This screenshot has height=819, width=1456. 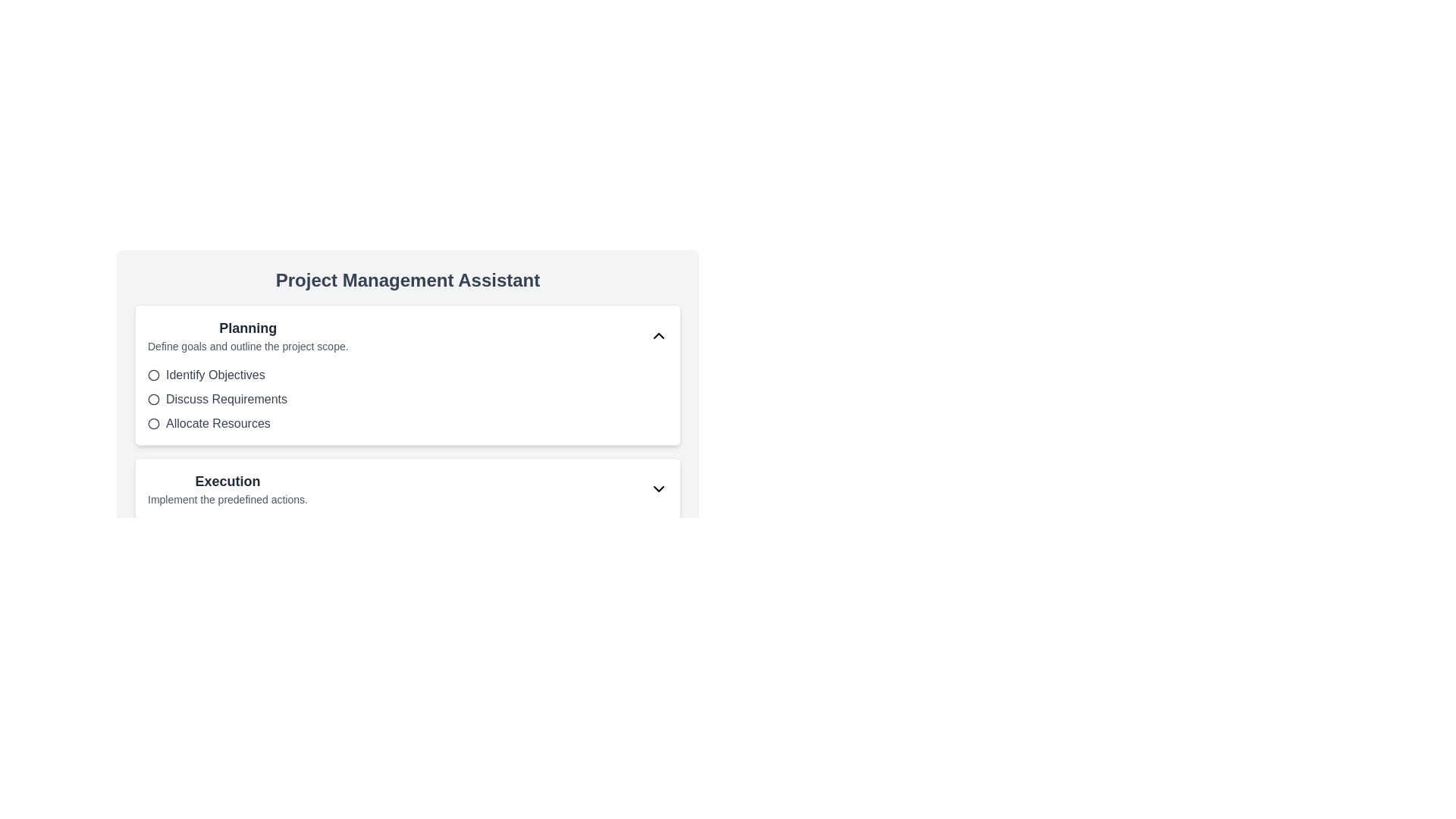 What do you see at coordinates (407, 281) in the screenshot?
I see `the section header text element titled 'Project Management Assistant', which is displayed in large, bold, dark gray font and is centered at the top of the section panel` at bounding box center [407, 281].